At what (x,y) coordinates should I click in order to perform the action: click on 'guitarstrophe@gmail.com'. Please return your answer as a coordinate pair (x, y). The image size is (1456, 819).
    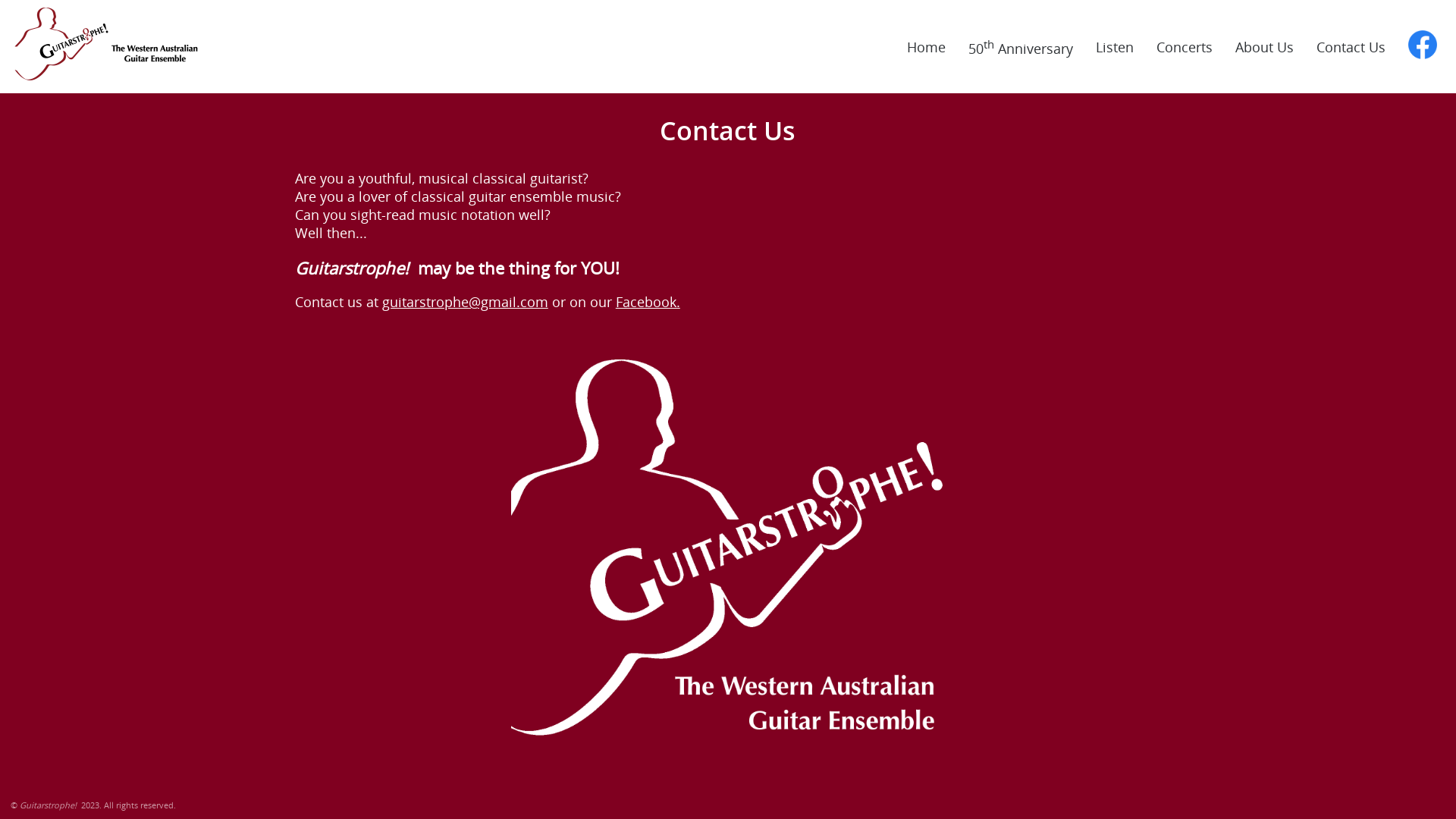
    Looking at the image, I should click on (464, 301).